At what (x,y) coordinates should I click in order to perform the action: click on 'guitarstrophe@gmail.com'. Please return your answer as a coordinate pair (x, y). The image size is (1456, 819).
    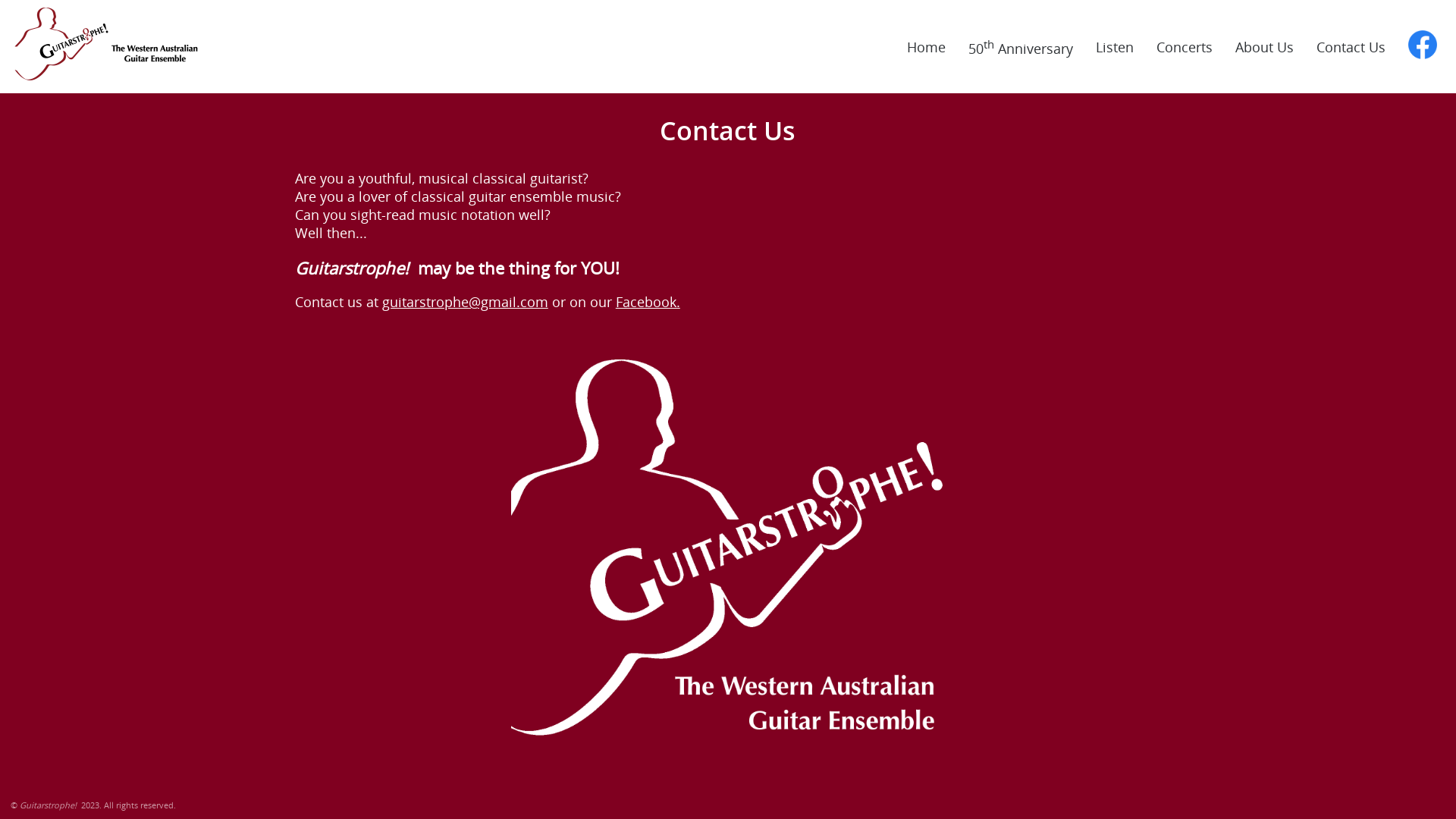
    Looking at the image, I should click on (464, 301).